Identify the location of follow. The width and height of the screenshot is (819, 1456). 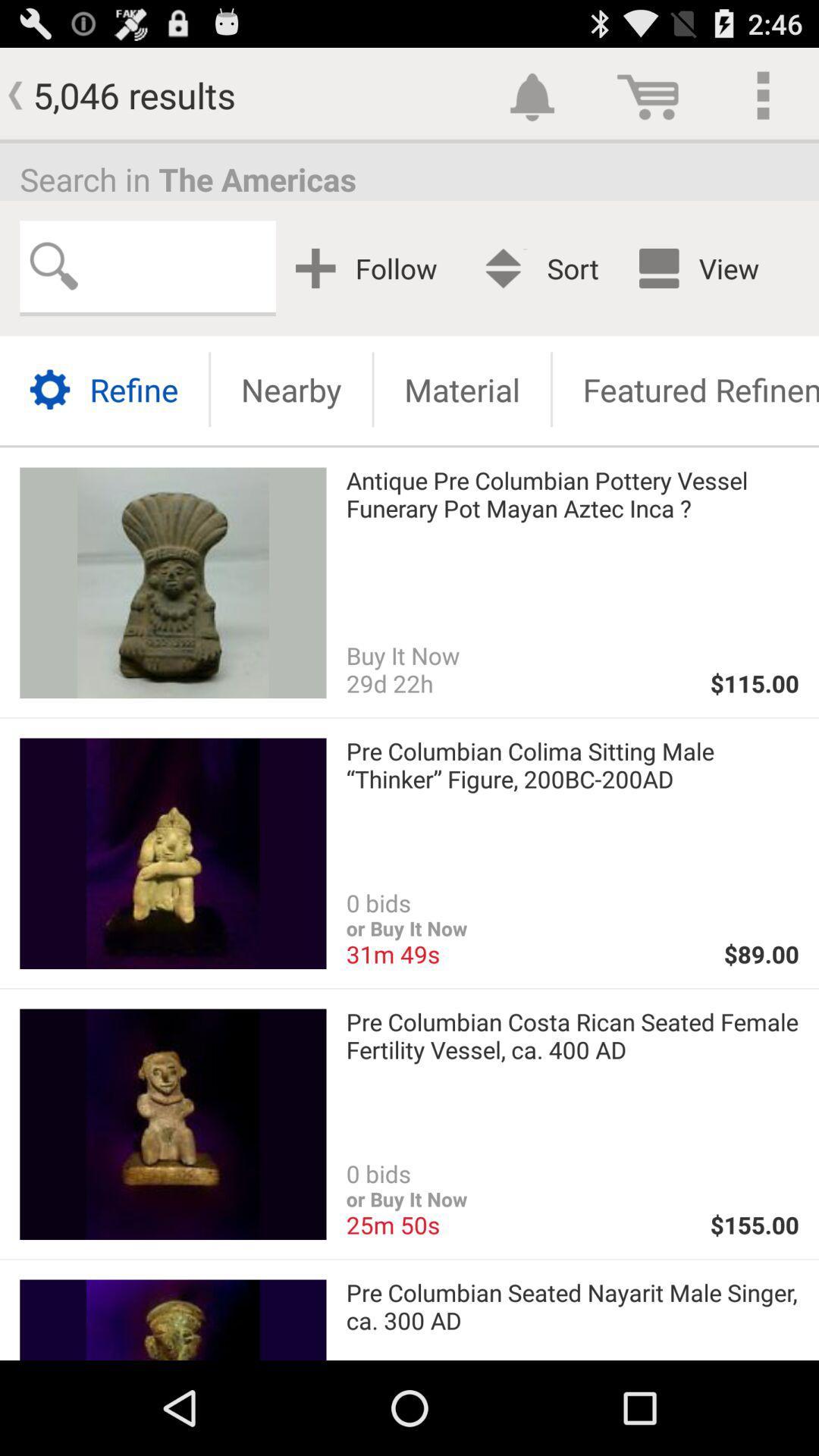
(372, 268).